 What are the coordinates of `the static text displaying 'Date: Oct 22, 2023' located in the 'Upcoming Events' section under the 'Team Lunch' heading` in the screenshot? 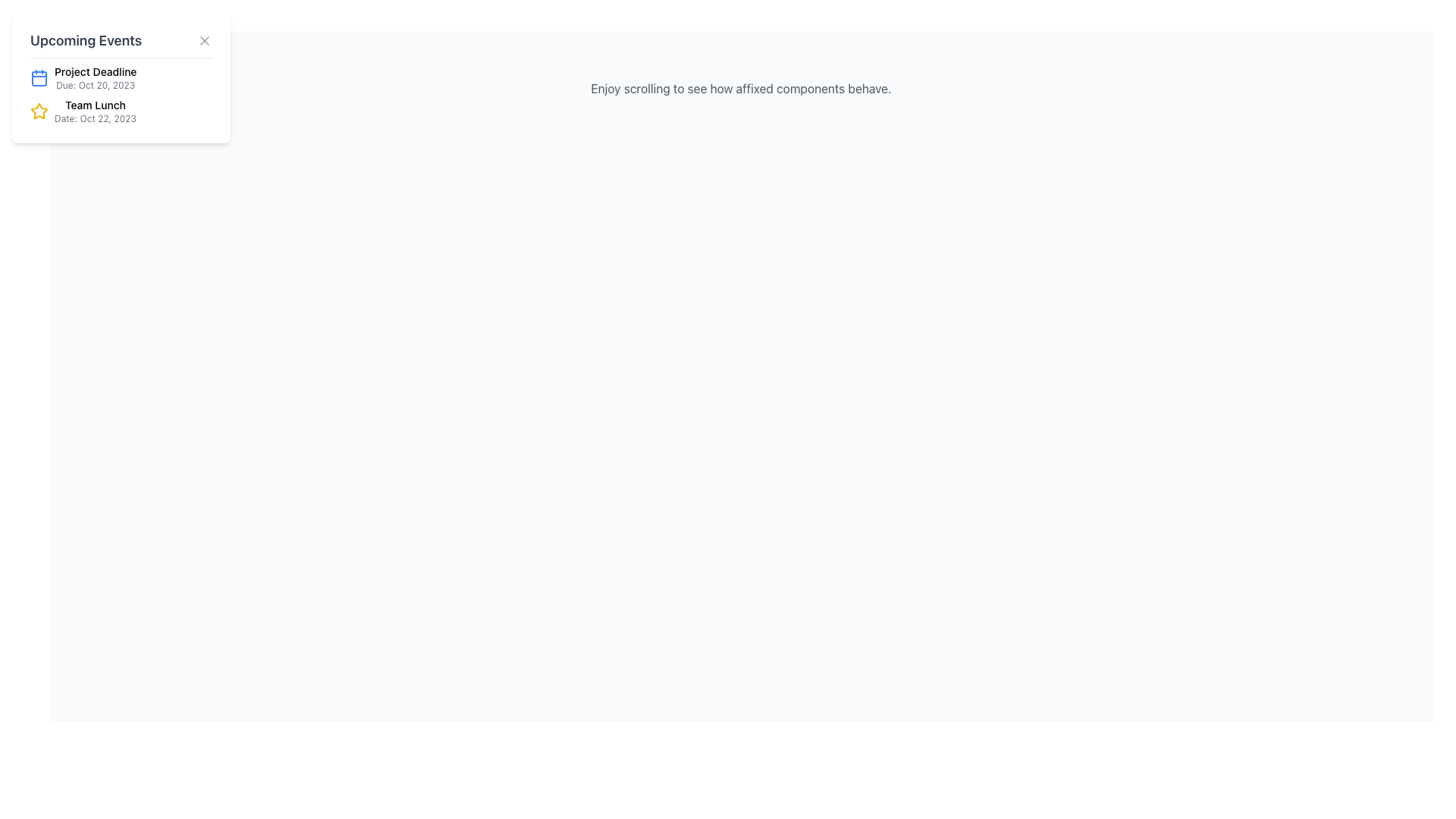 It's located at (94, 118).